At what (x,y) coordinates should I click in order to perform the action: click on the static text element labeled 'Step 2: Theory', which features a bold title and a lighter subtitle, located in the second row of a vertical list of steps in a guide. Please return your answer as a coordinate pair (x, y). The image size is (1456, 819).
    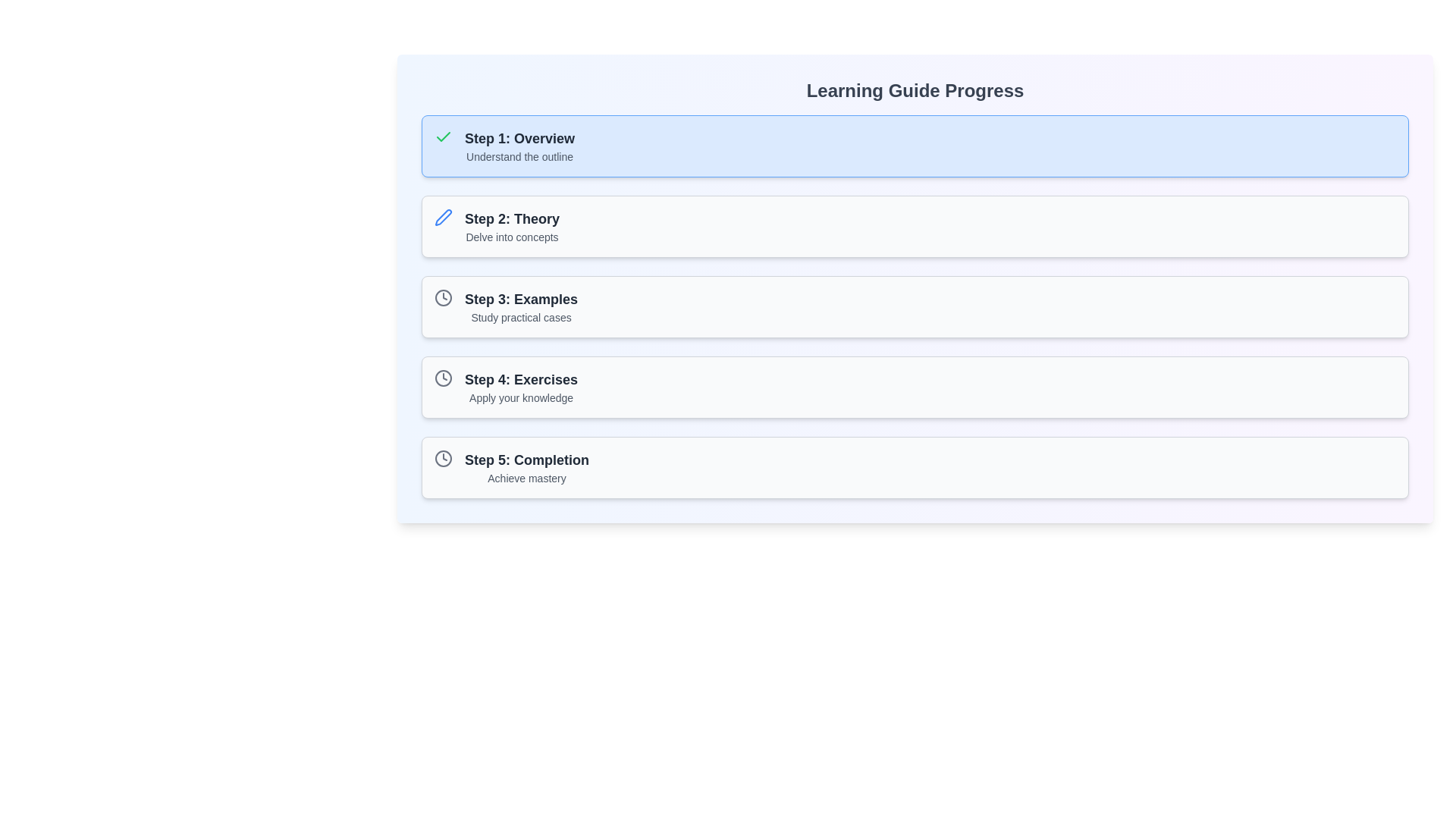
    Looking at the image, I should click on (512, 227).